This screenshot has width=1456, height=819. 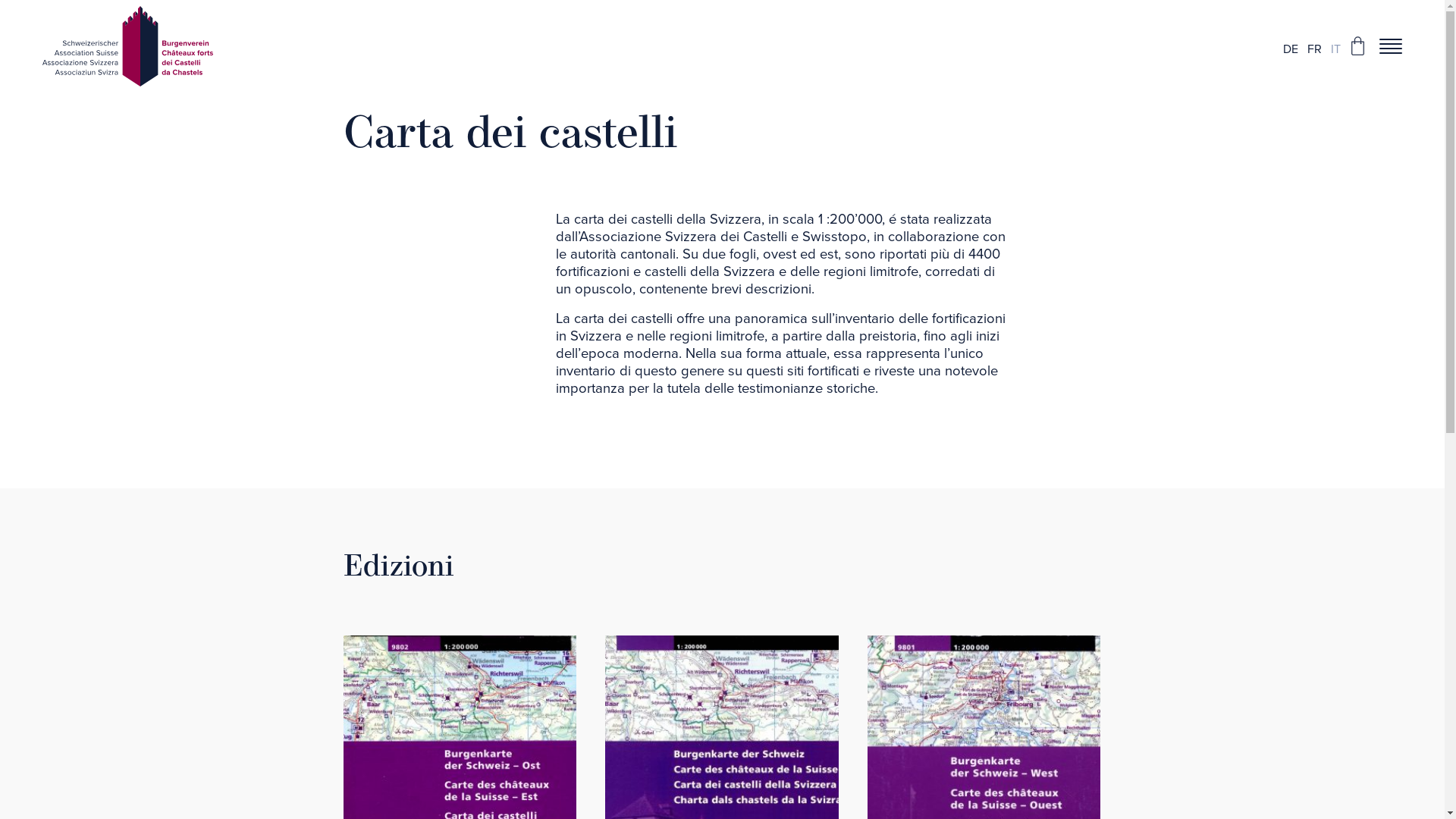 What do you see at coordinates (1335, 45) in the screenshot?
I see `'IT'` at bounding box center [1335, 45].